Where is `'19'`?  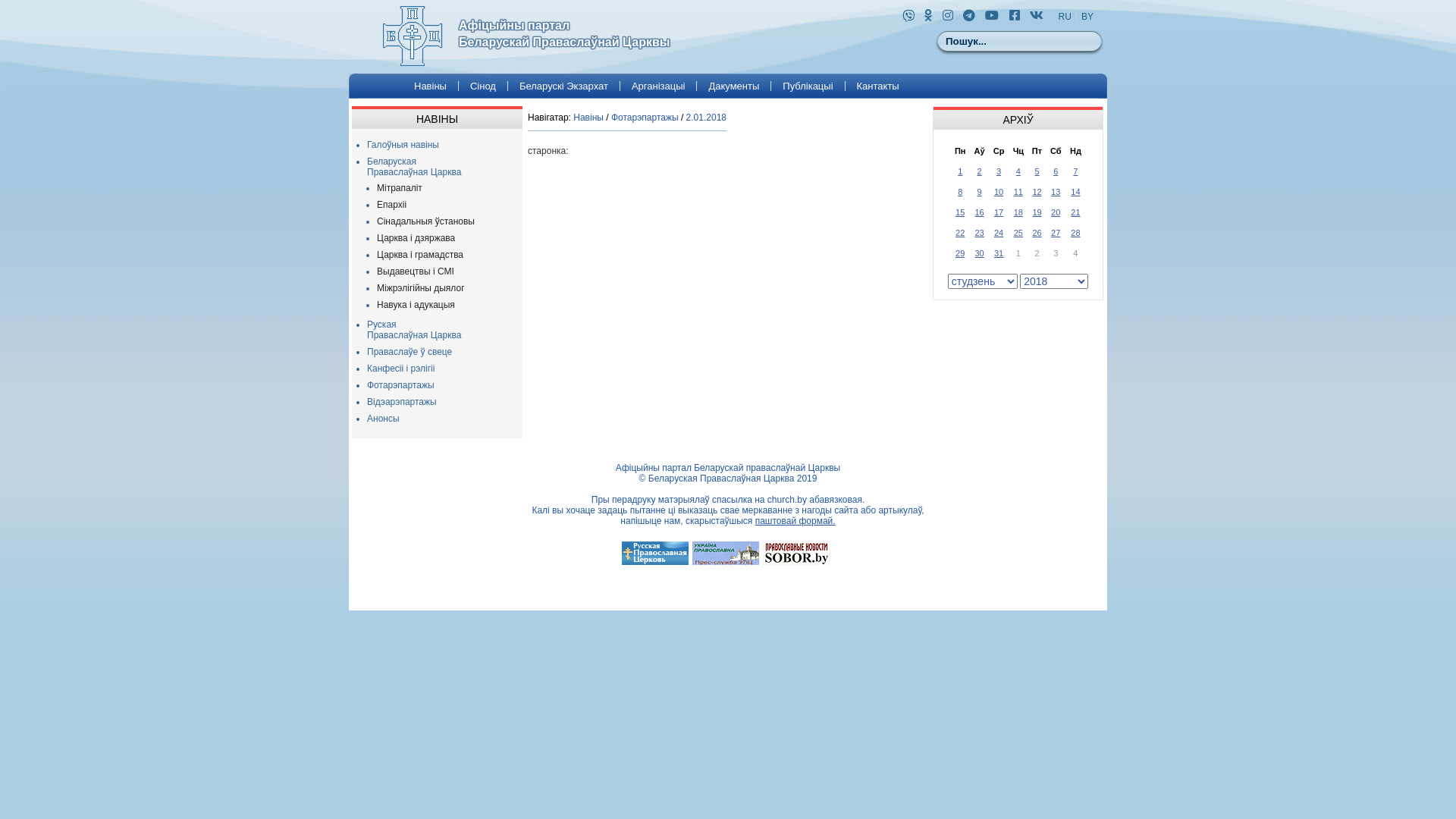 '19' is located at coordinates (1031, 212).